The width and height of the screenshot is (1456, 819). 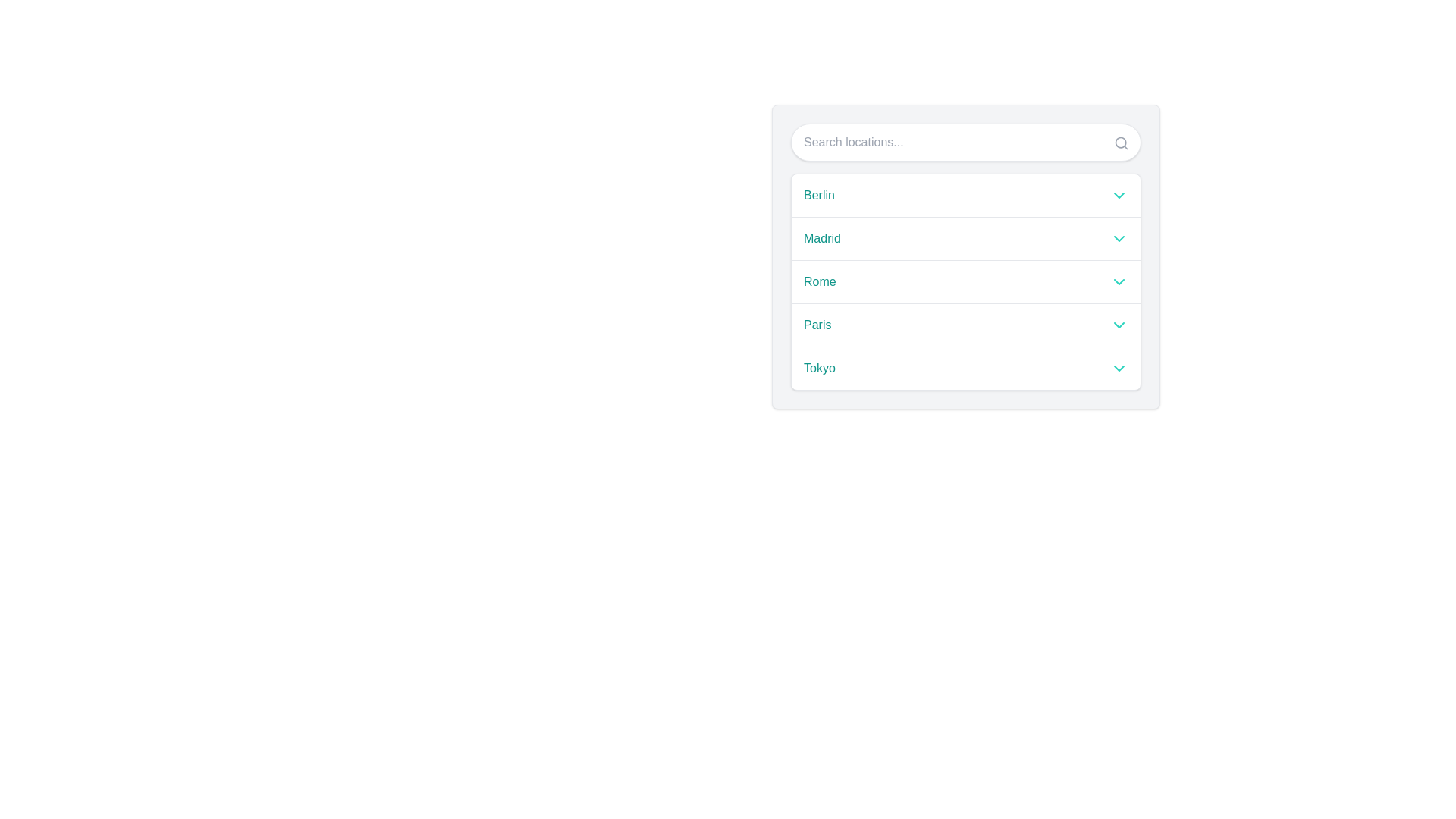 What do you see at coordinates (1119, 324) in the screenshot?
I see `the dropdown indicator icon next to the 'Paris' entry` at bounding box center [1119, 324].